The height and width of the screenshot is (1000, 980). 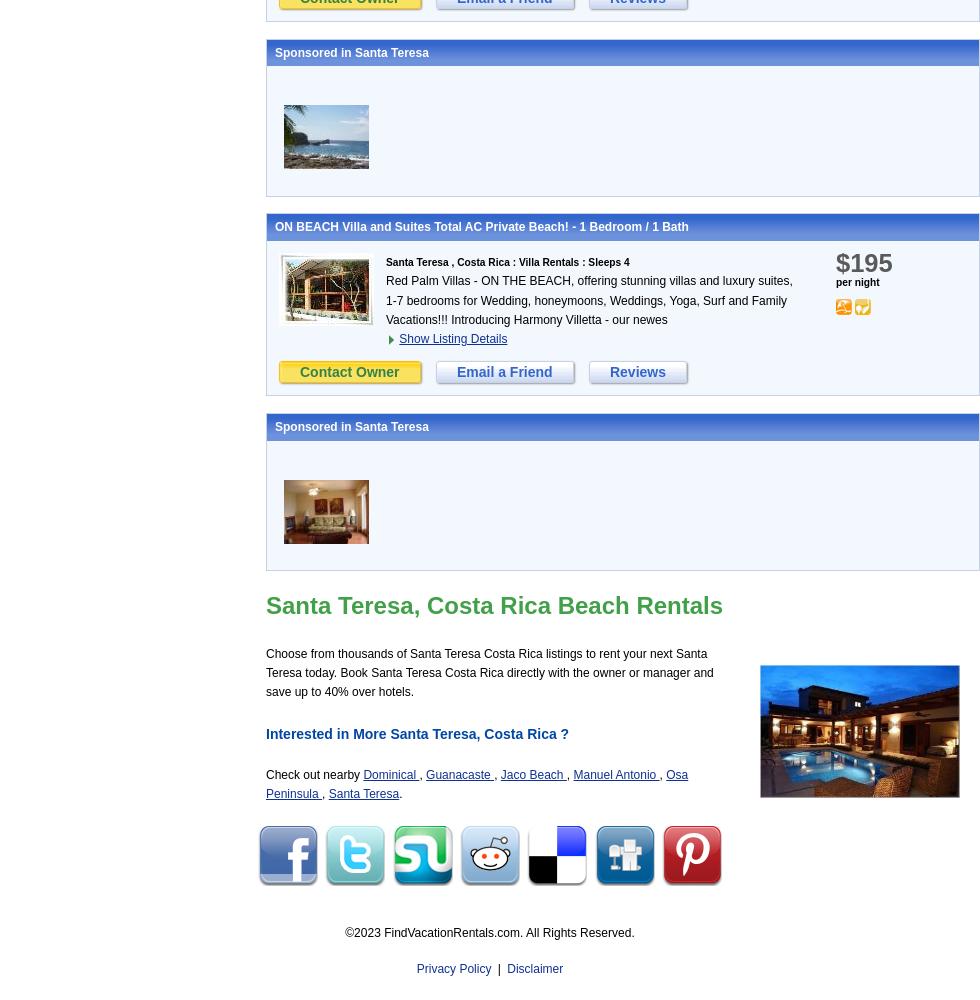 What do you see at coordinates (499, 967) in the screenshot?
I see `'|'` at bounding box center [499, 967].